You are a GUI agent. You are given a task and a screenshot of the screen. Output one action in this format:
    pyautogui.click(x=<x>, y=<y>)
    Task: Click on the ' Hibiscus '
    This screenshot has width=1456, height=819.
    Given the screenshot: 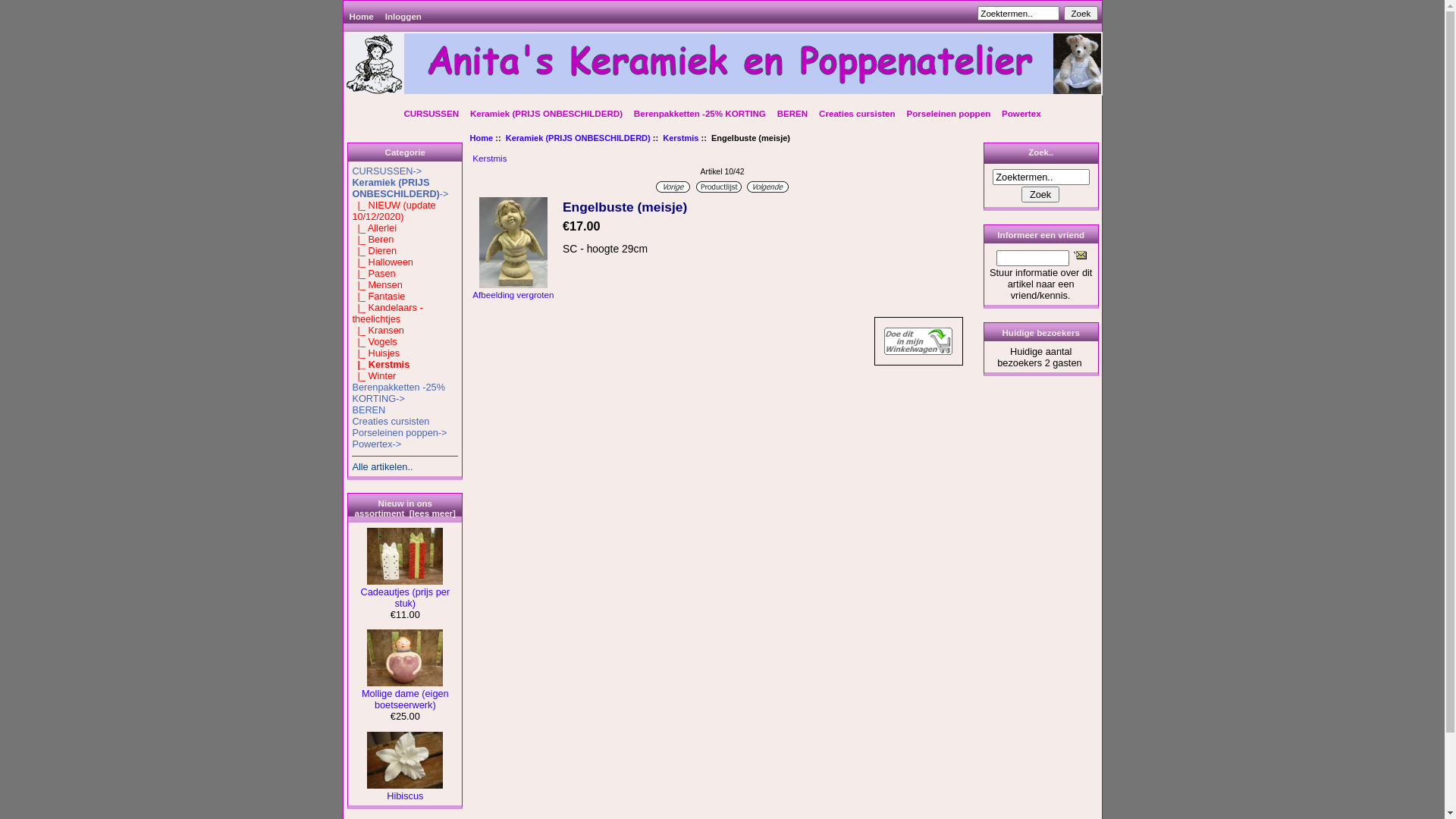 What is the action you would take?
    pyautogui.click(x=404, y=760)
    